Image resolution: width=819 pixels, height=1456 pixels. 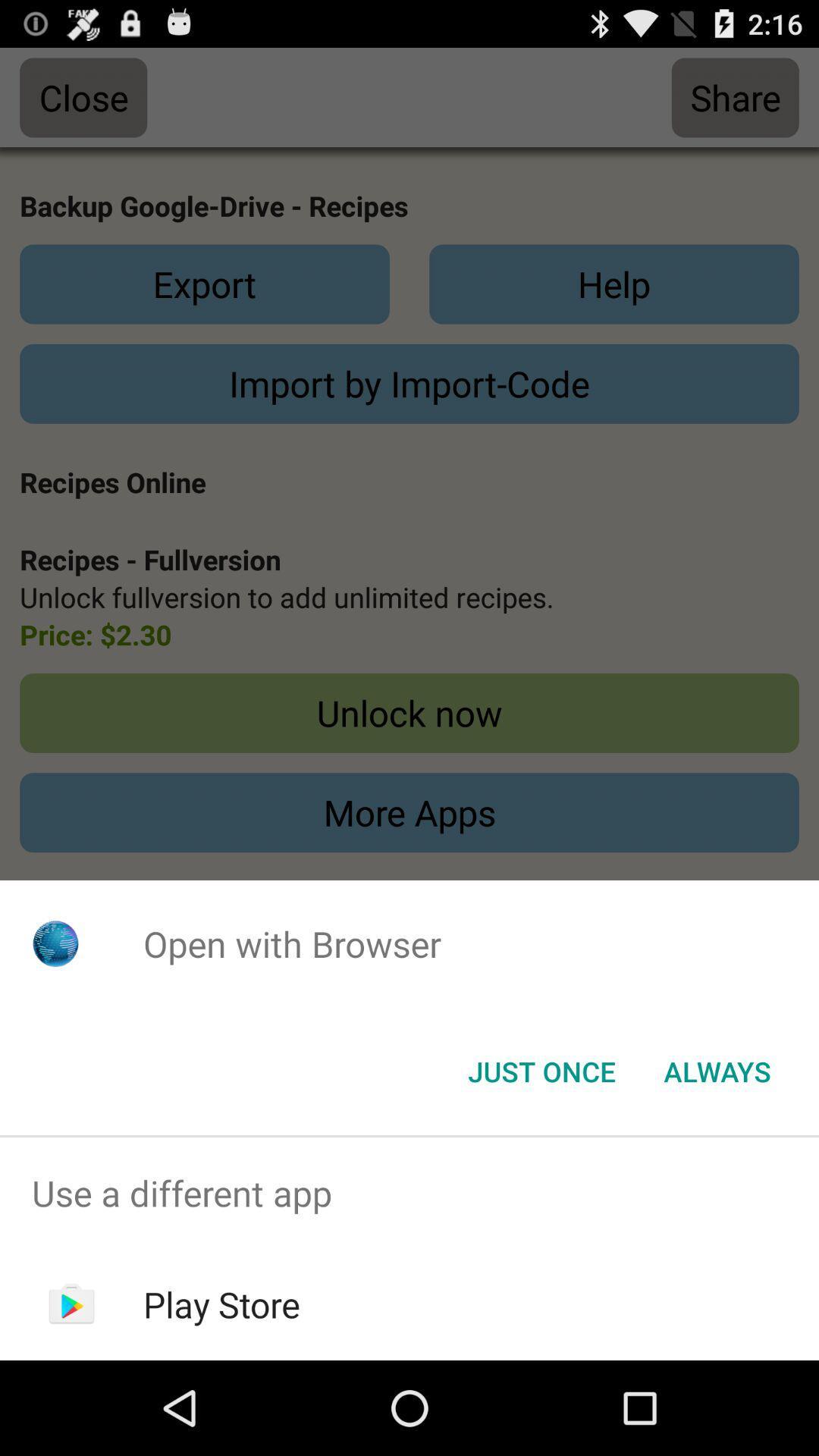 I want to click on item to the left of the always icon, so click(x=541, y=1070).